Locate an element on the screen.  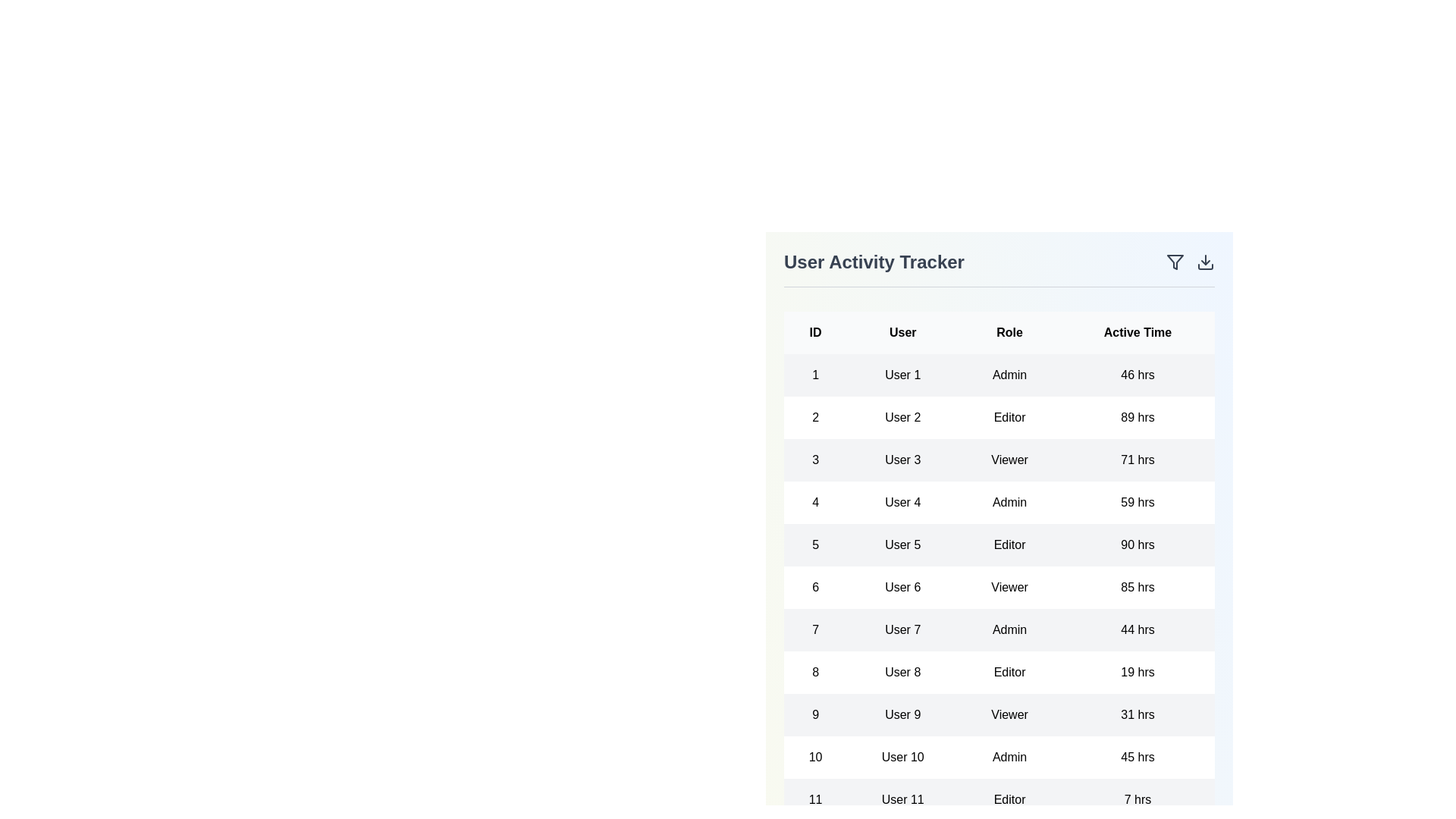
the filter icon to open filtering options is located at coordinates (1175, 262).